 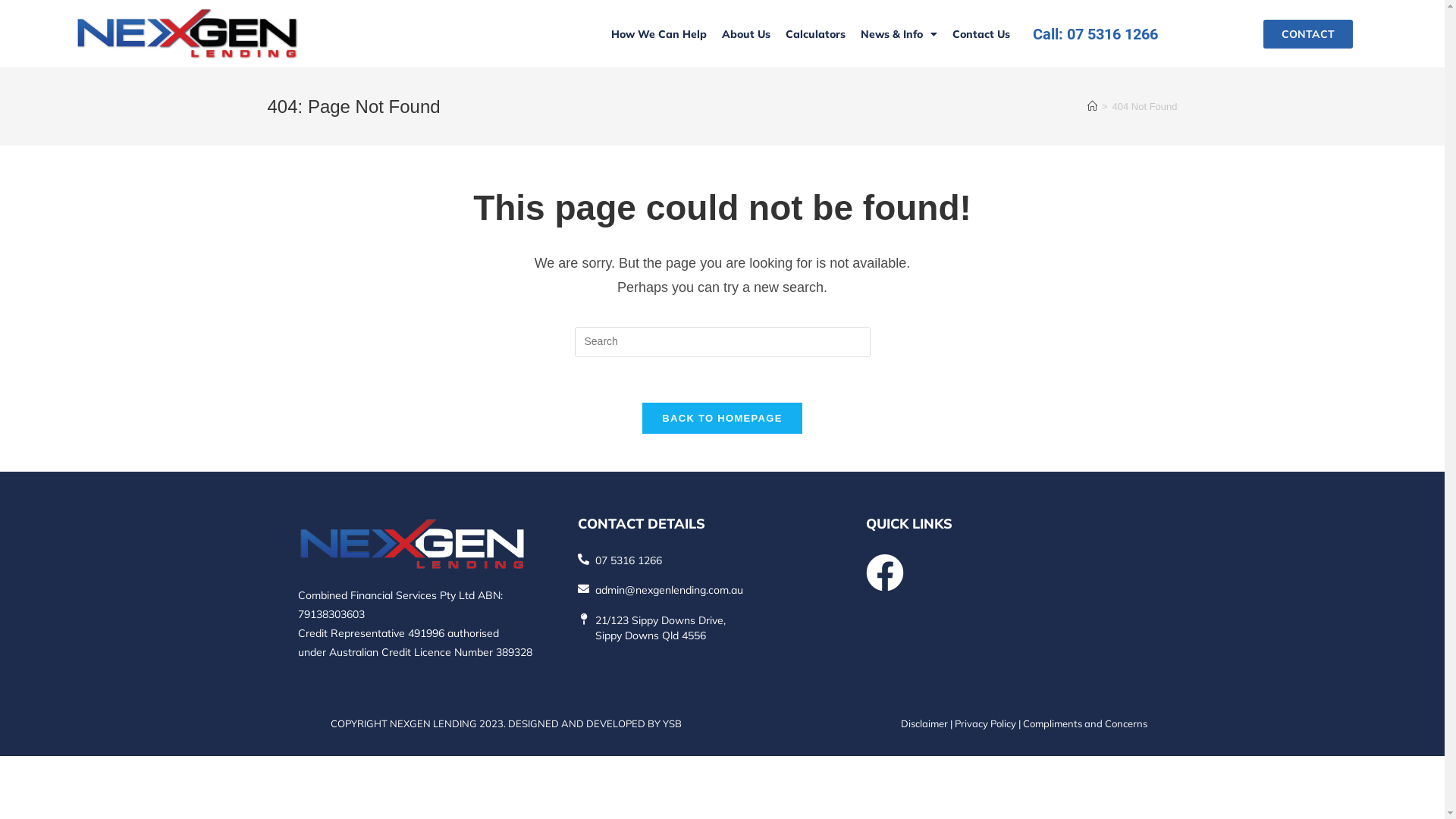 I want to click on 'BACK TO HOMEPAGE', so click(x=642, y=418).